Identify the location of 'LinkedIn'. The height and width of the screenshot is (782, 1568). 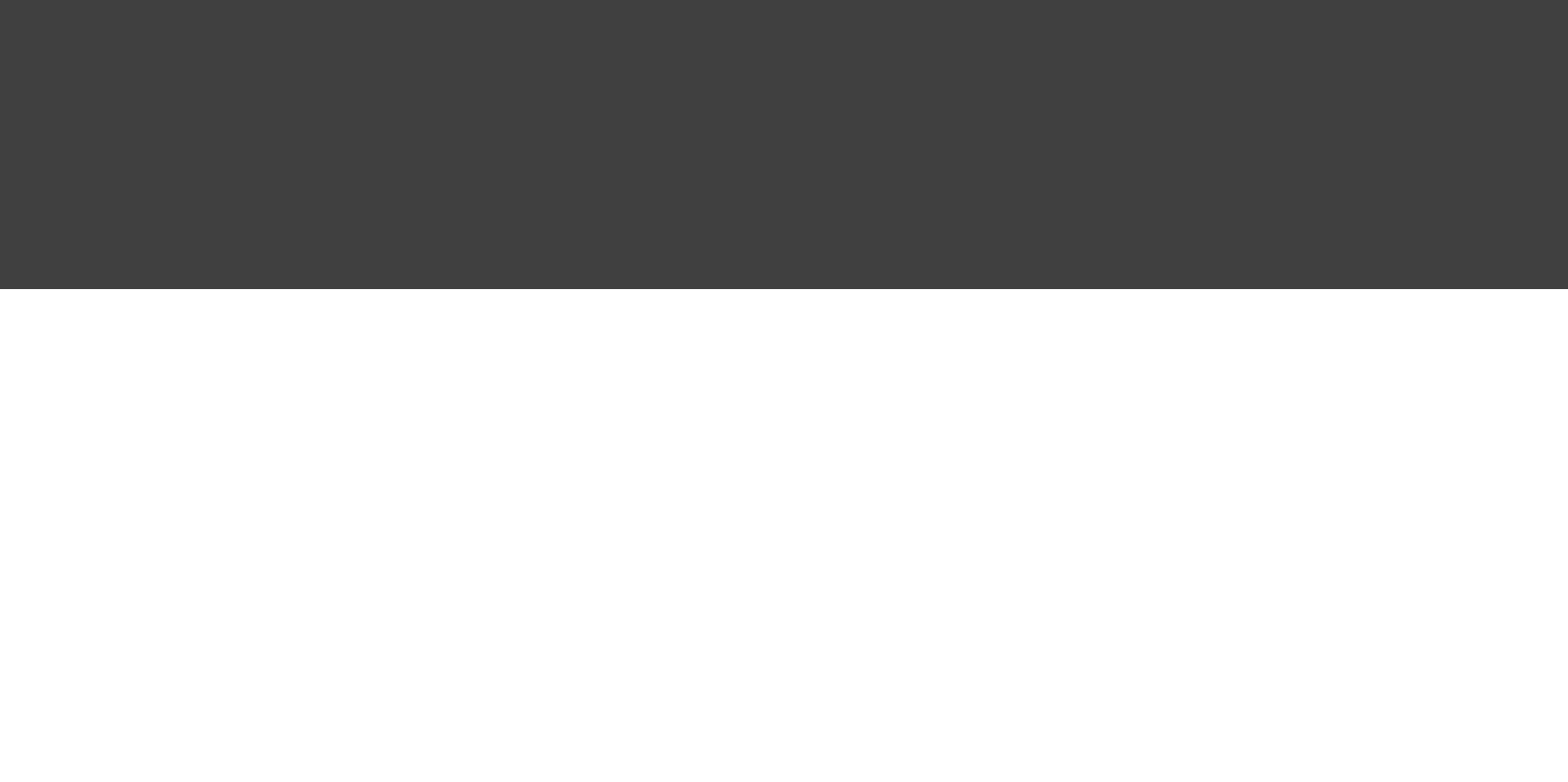
(1067, 87).